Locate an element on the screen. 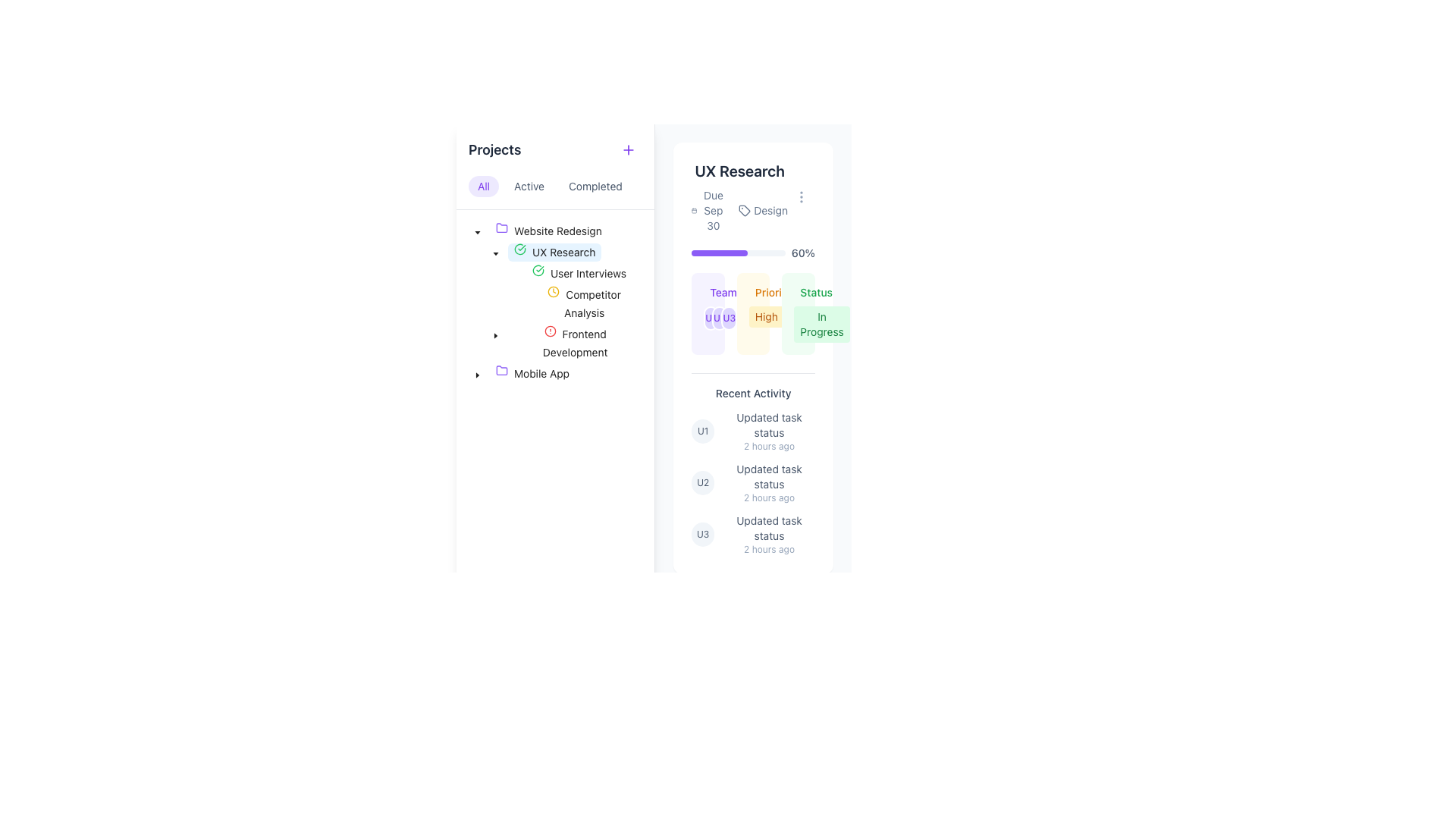 This screenshot has width=1456, height=819. the 'Completed' button, which is a text-only button styled as a tag is located at coordinates (595, 186).